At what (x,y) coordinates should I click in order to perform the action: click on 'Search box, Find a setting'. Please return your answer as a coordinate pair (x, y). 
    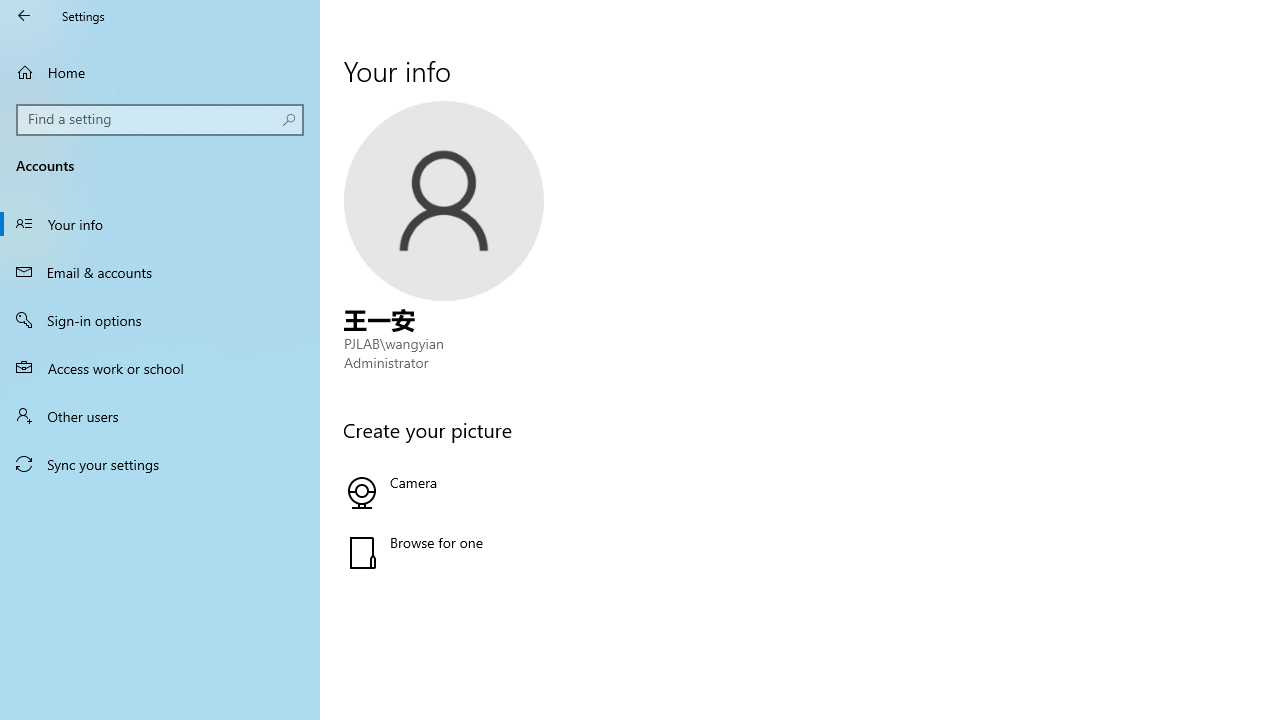
    Looking at the image, I should click on (160, 119).